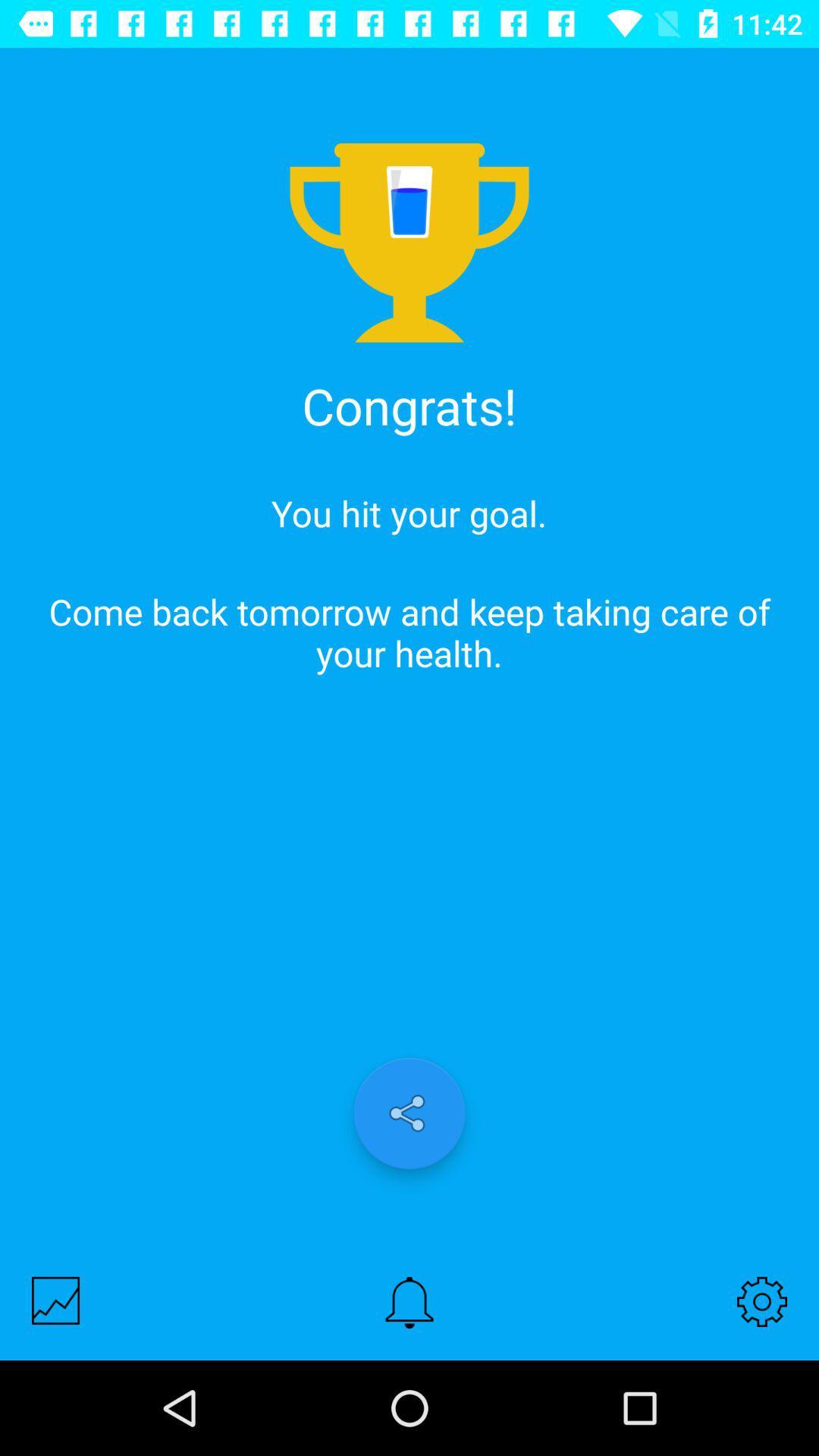 The image size is (819, 1456). Describe the element at coordinates (762, 1301) in the screenshot. I see `the icon at the bottom right corner` at that location.